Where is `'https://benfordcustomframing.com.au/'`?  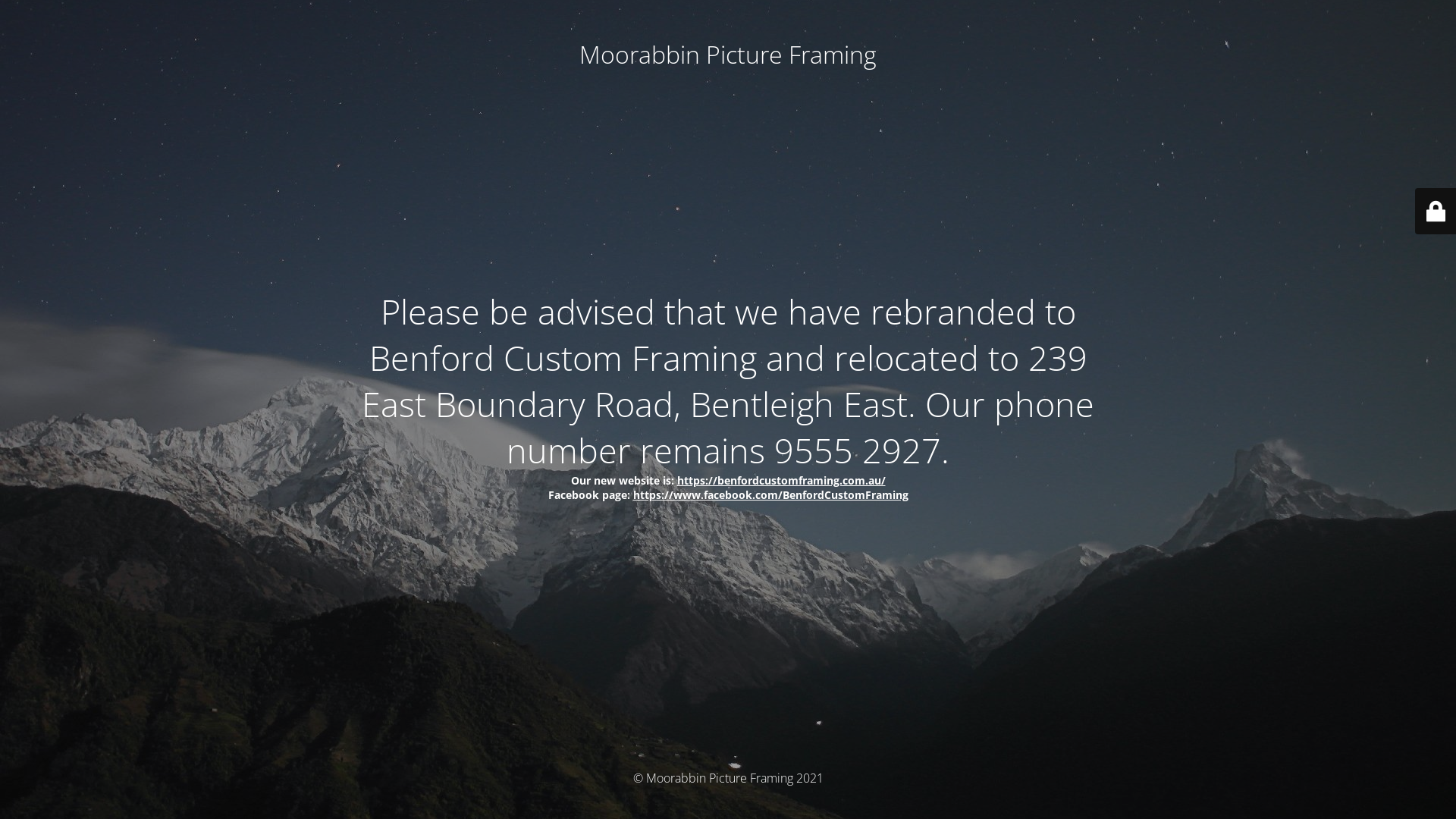
'https://benfordcustomframing.com.au/' is located at coordinates (780, 480).